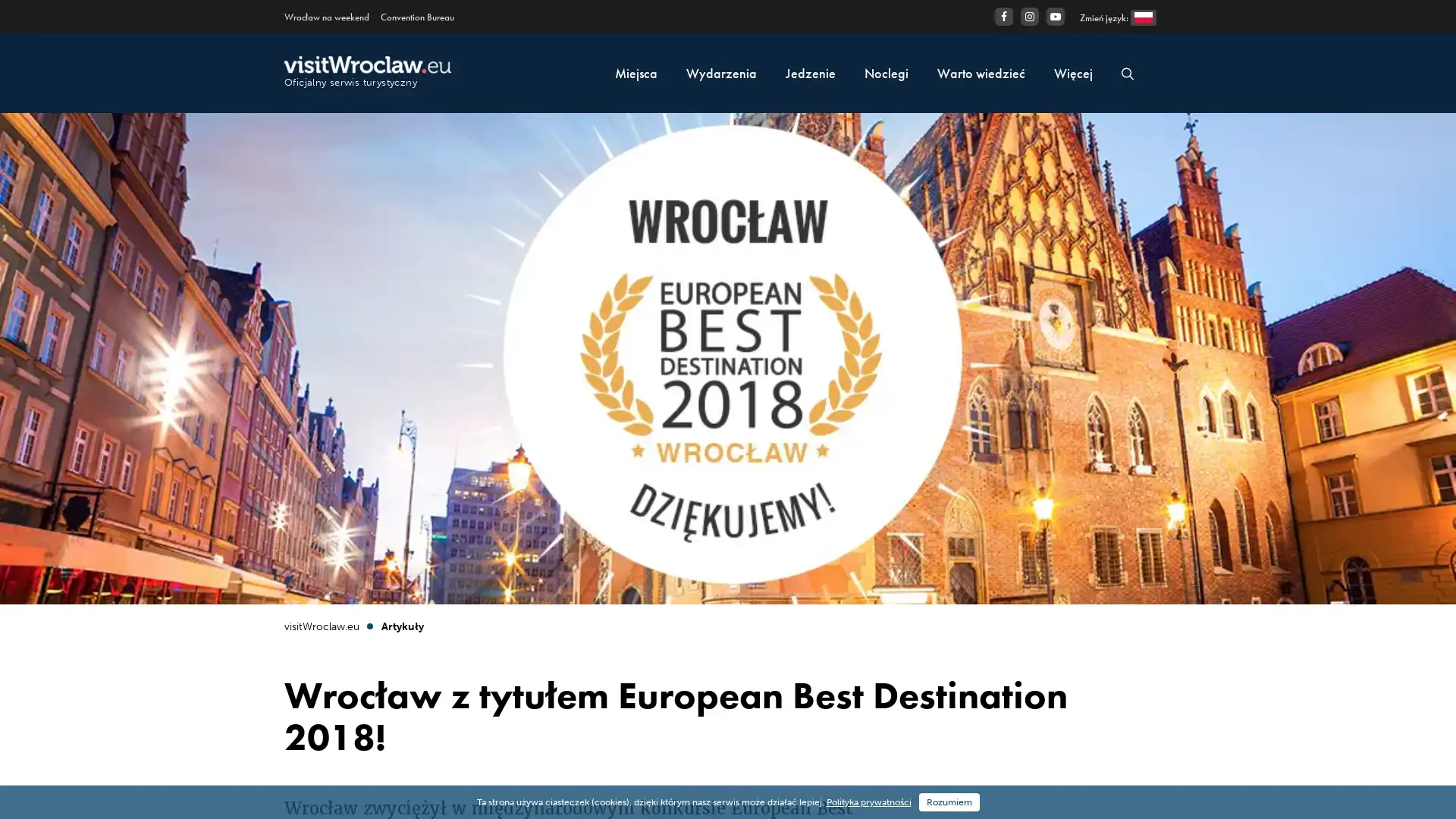  What do you see at coordinates (810, 73) in the screenshot?
I see `Jedzenie` at bounding box center [810, 73].